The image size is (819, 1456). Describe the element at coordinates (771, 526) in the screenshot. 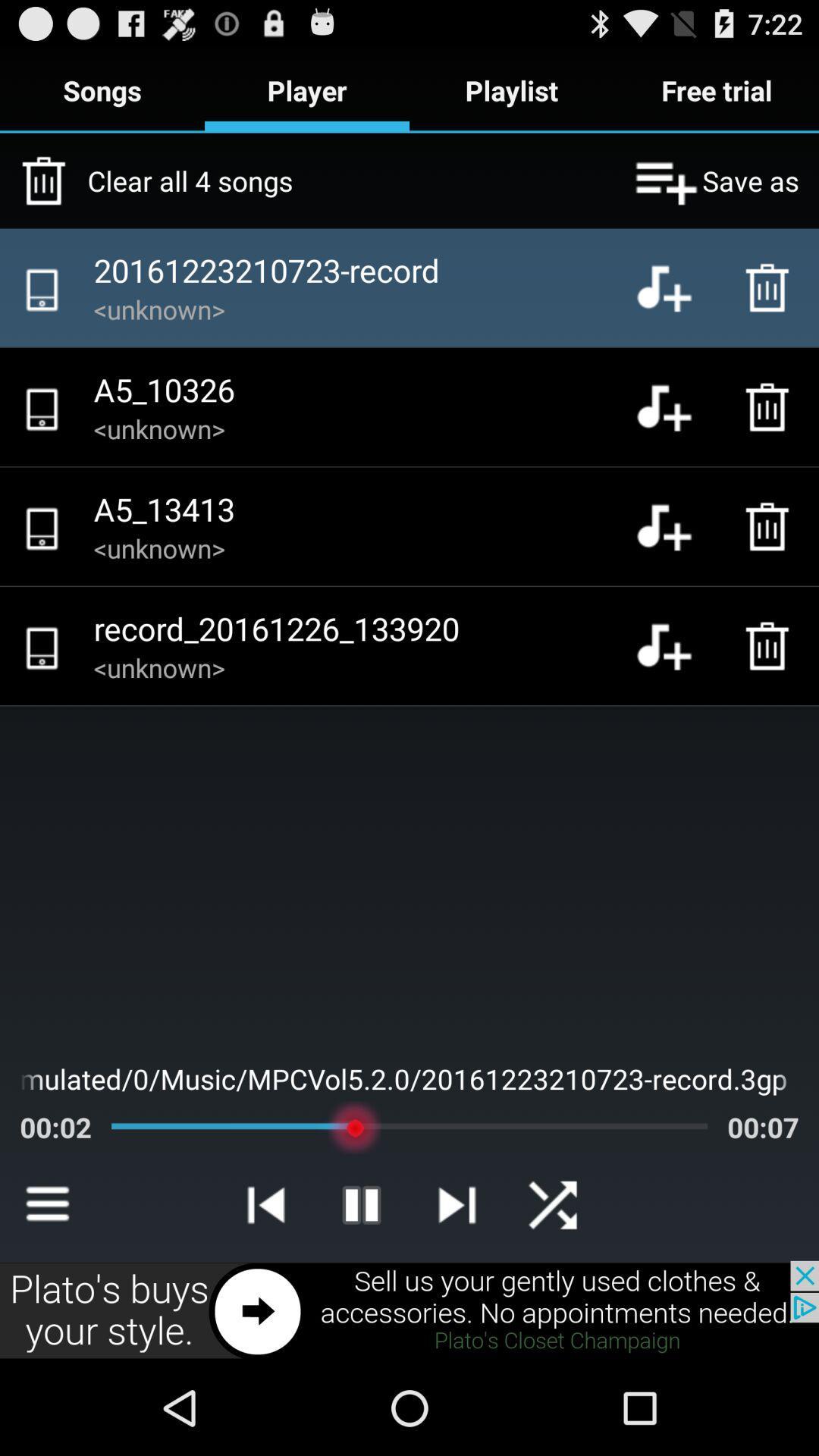

I see `delete` at that location.